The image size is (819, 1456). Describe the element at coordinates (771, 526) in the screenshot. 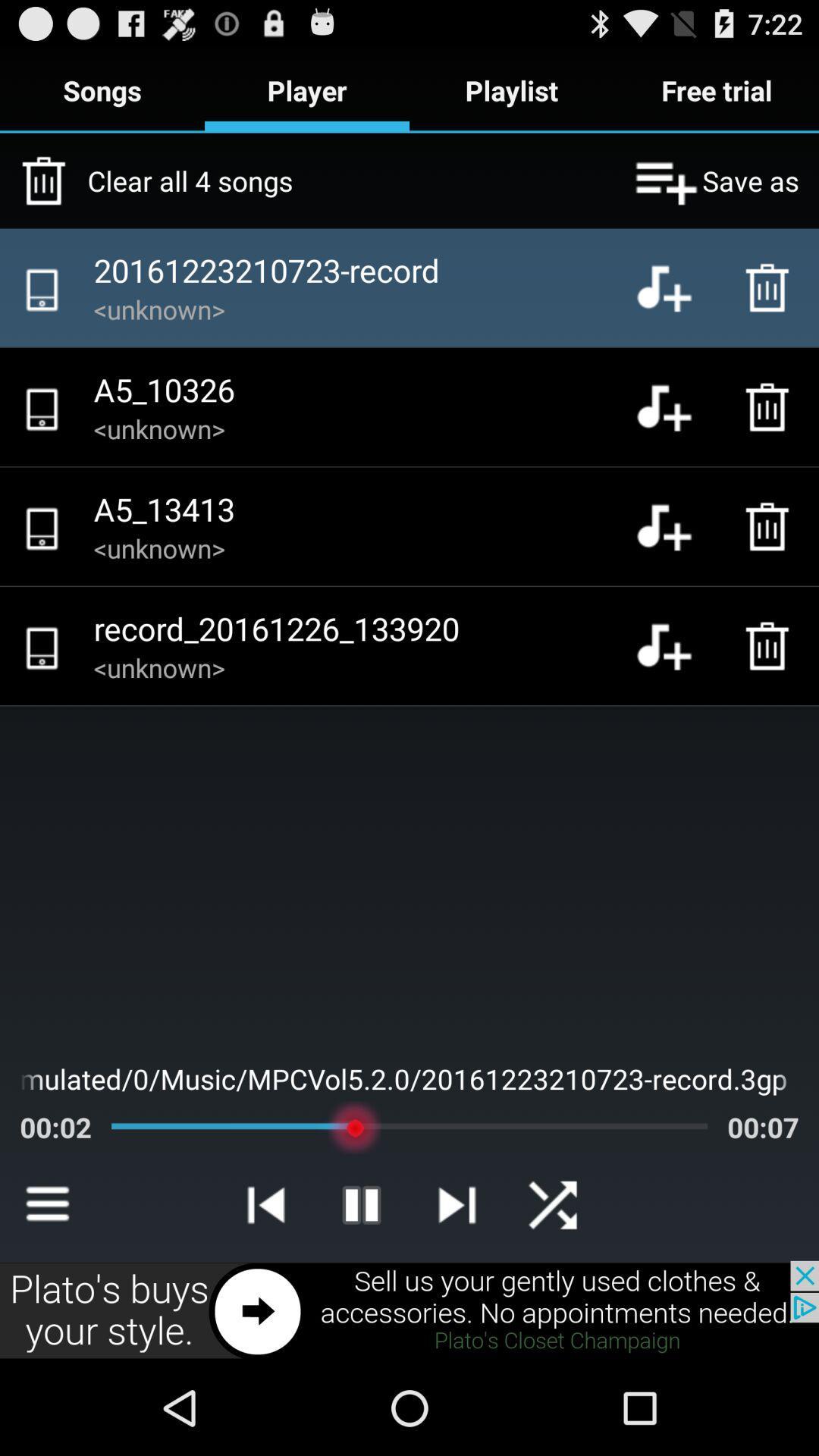

I see `delete` at that location.